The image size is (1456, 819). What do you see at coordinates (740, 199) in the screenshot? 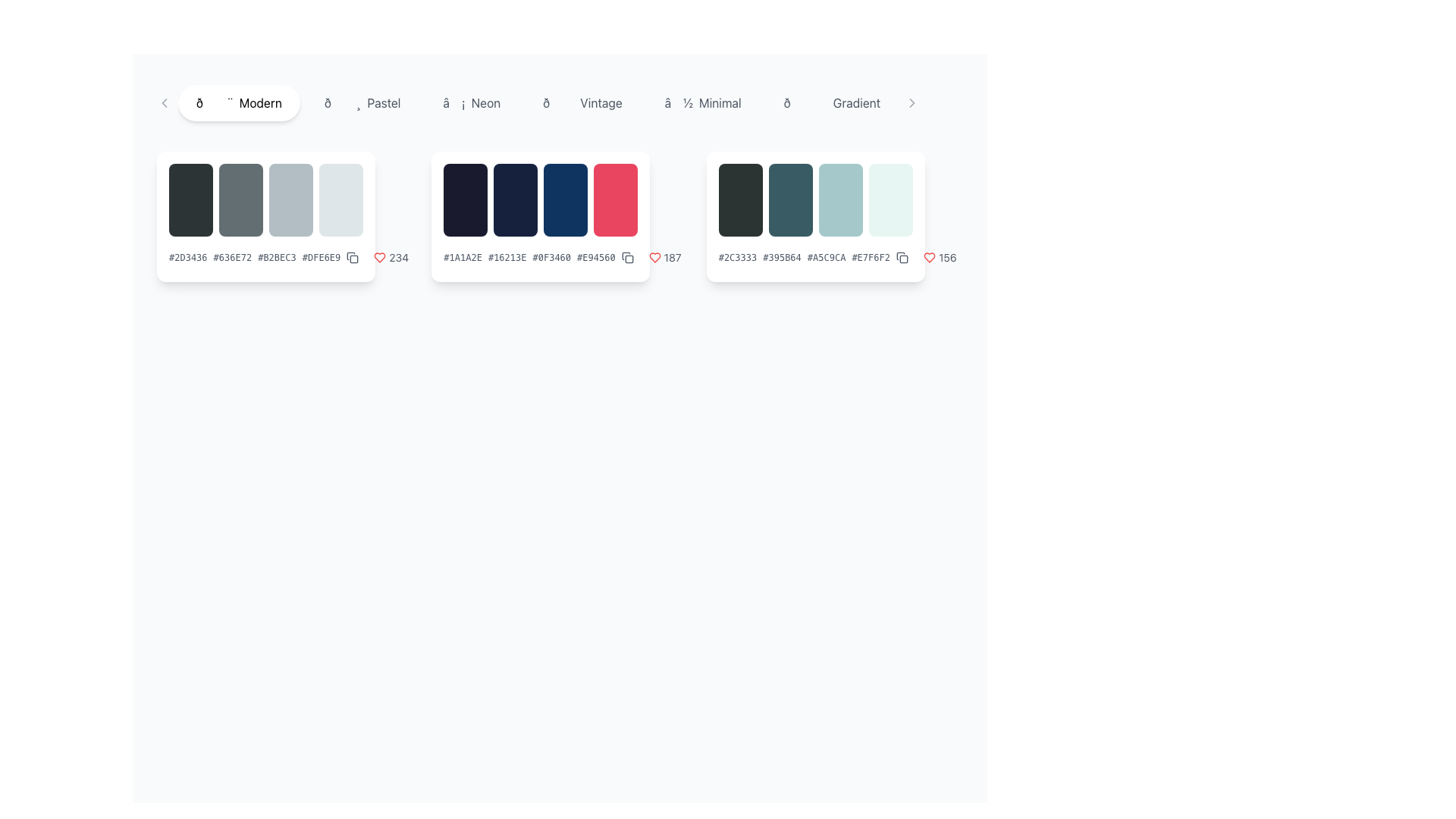
I see `the first colored block in the color palette component, located in the right-middle region of the interface` at bounding box center [740, 199].